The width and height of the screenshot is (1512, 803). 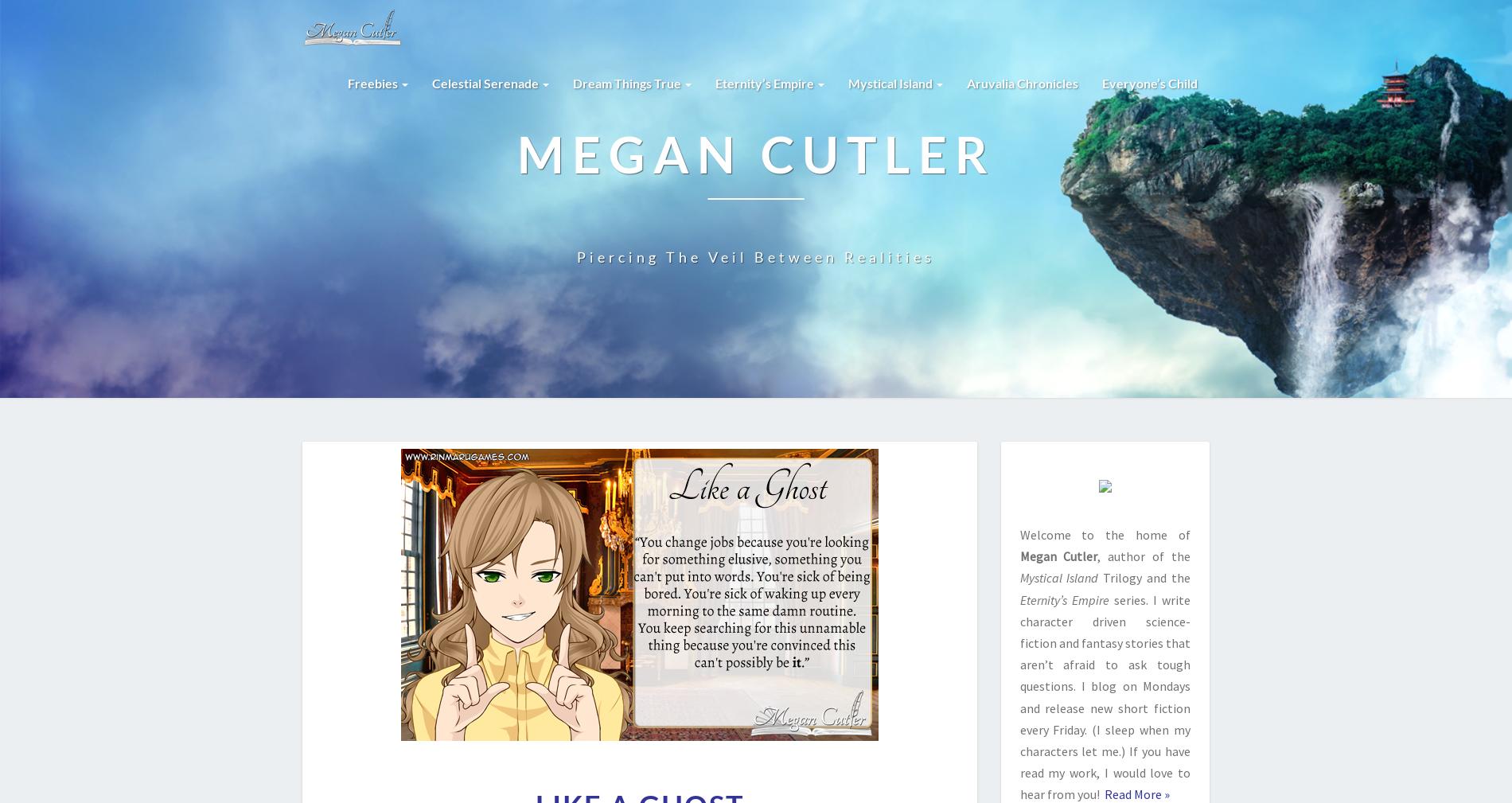 I want to click on 'Celestial Serenade', so click(x=486, y=82).